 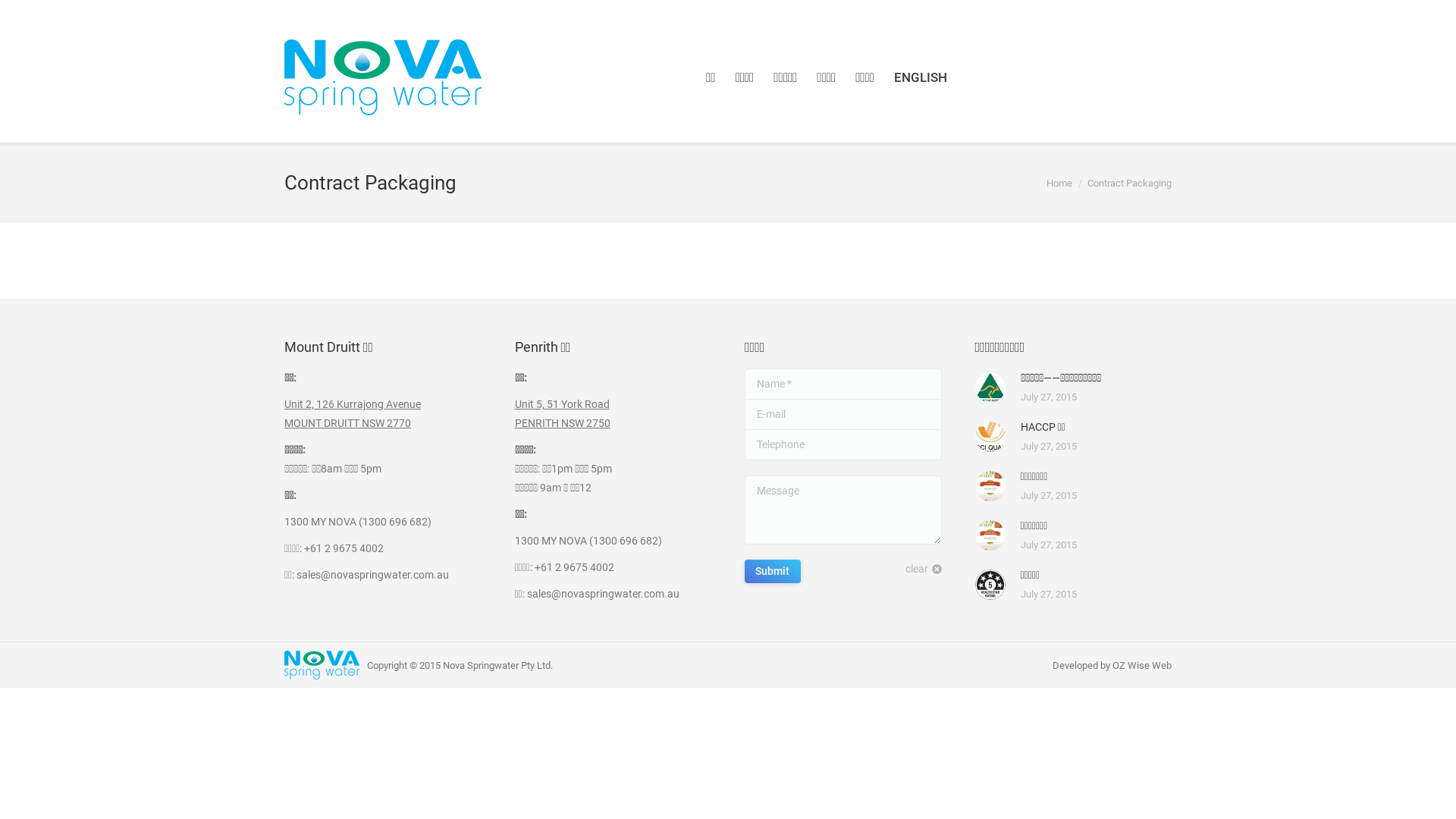 What do you see at coordinates (513, 403) in the screenshot?
I see `'Unit 5, 51 York Road'` at bounding box center [513, 403].